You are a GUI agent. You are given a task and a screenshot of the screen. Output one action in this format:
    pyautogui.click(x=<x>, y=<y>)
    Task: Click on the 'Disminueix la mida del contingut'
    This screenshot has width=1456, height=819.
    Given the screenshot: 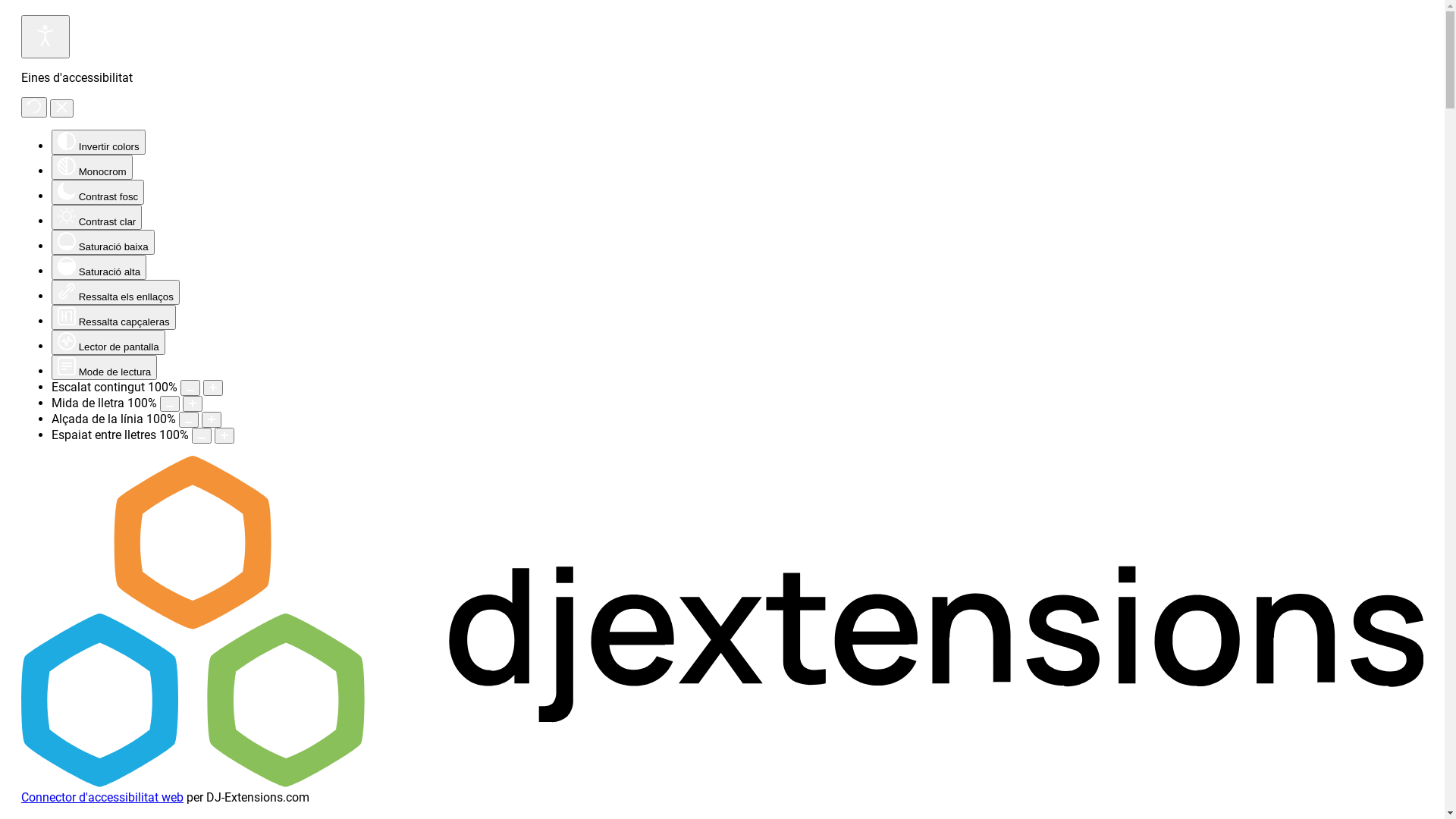 What is the action you would take?
    pyautogui.click(x=189, y=387)
    